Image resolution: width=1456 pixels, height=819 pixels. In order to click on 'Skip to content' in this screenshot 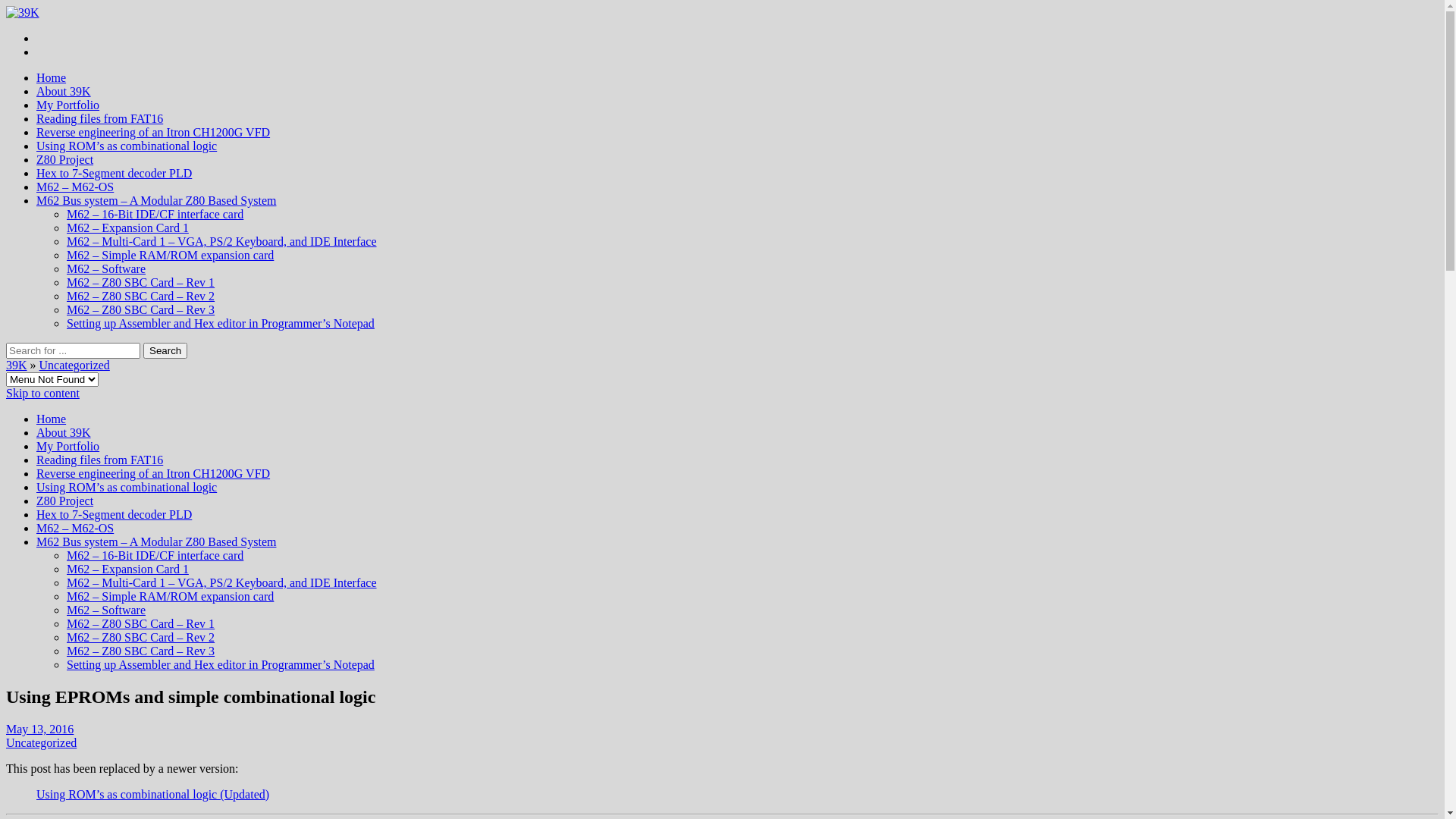, I will do `click(42, 392)`.